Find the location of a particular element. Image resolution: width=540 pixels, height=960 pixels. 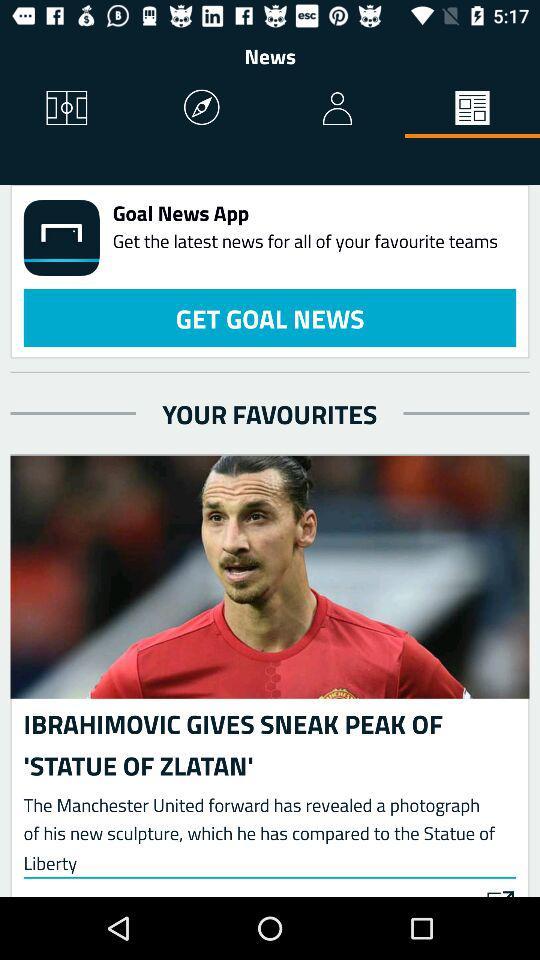

icon below the news item is located at coordinates (67, 109).